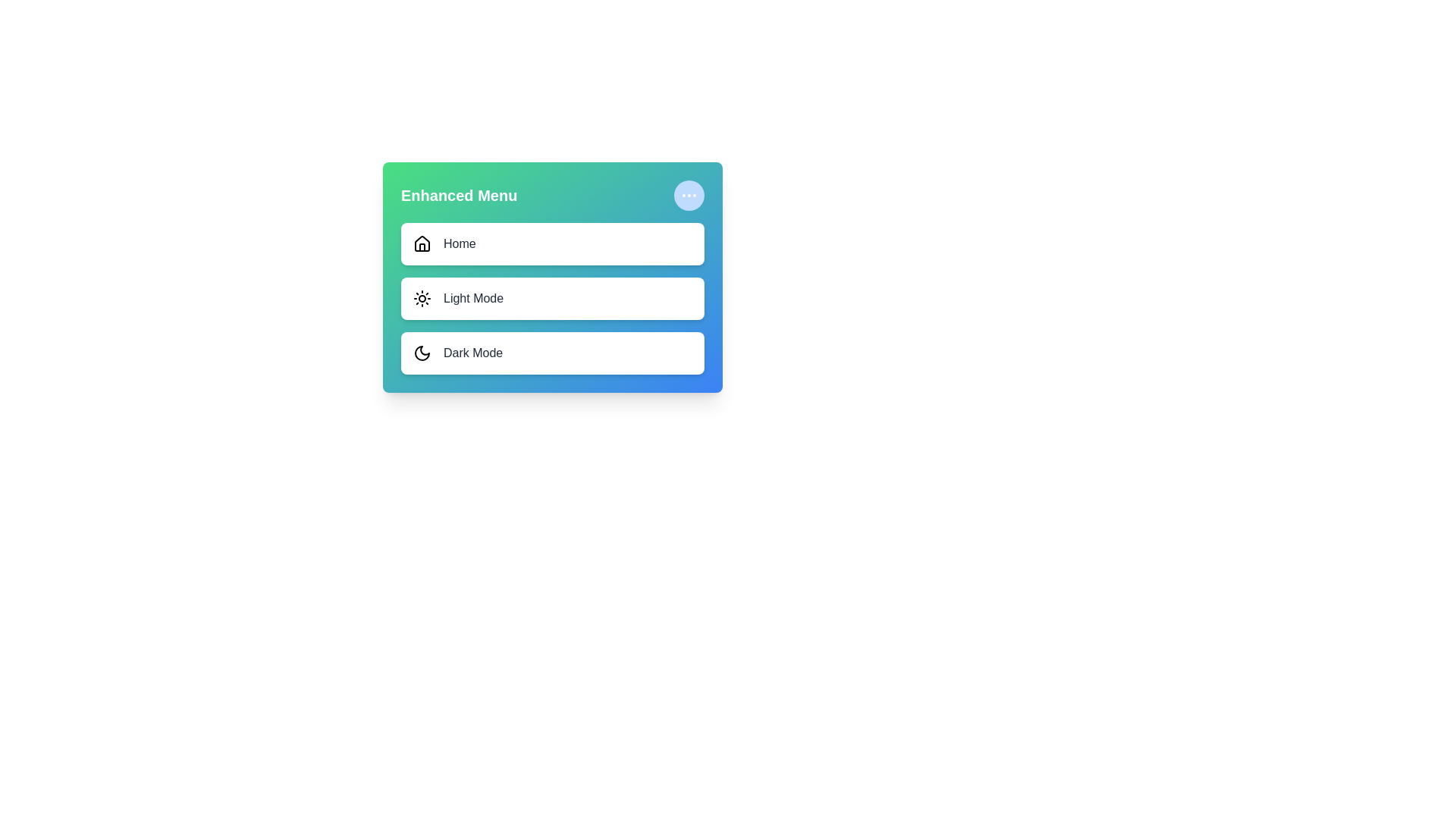 This screenshot has width=1456, height=819. What do you see at coordinates (552, 243) in the screenshot?
I see `the menu item Home to observe its hover effect` at bounding box center [552, 243].